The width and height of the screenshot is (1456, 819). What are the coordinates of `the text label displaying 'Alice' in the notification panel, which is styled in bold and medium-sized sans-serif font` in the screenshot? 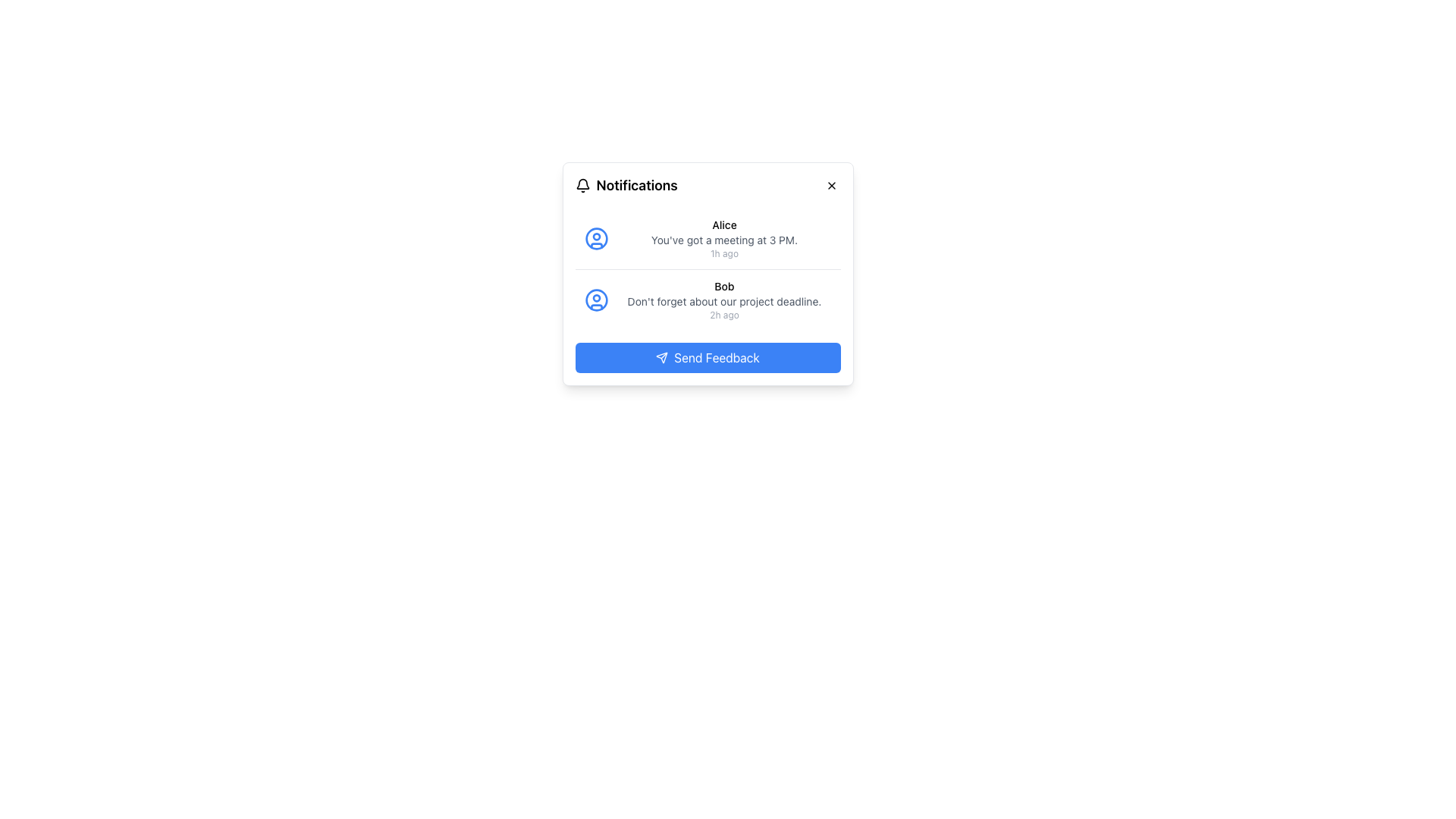 It's located at (723, 225).